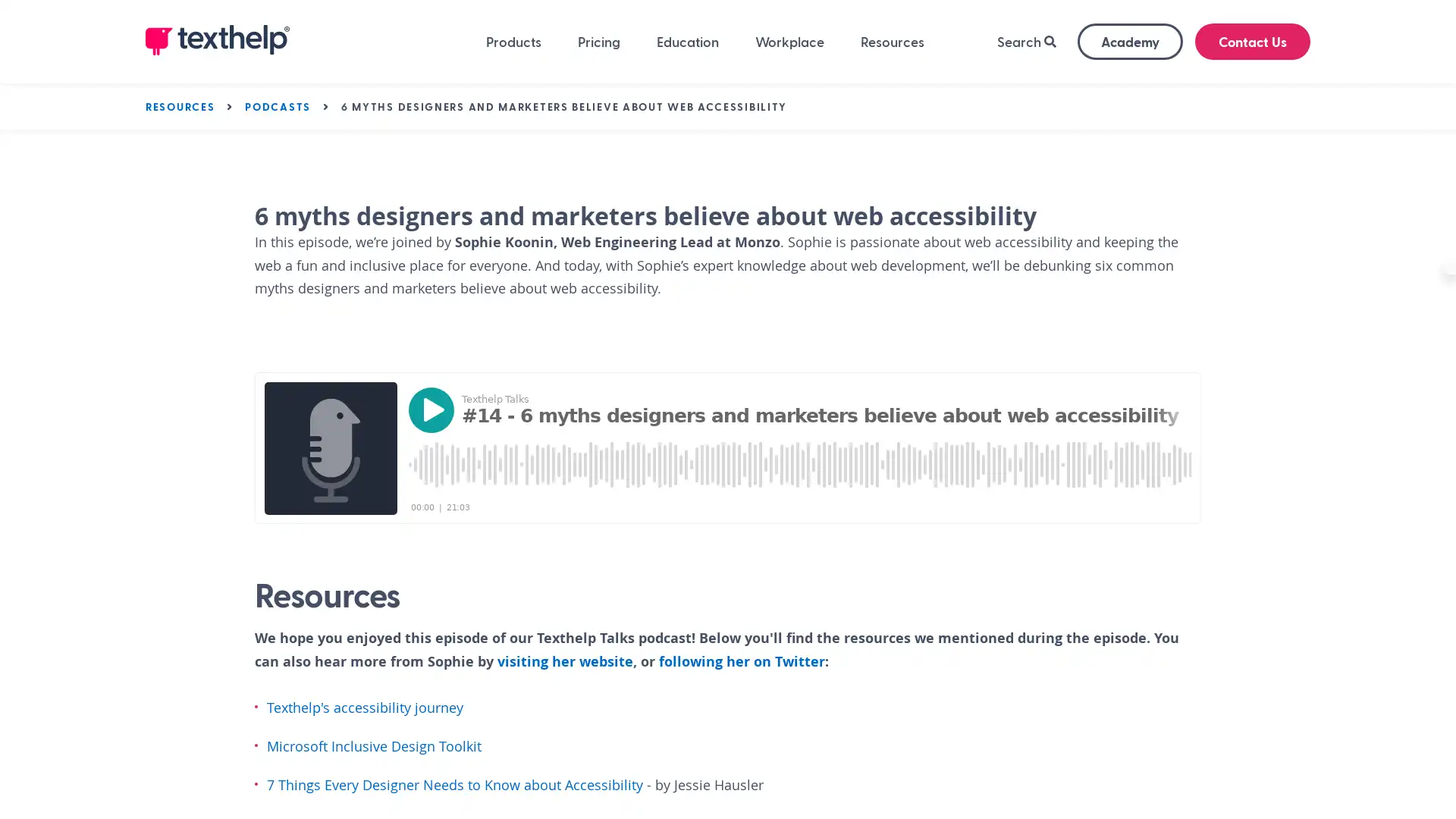 This screenshot has width=1456, height=819. I want to click on site search, so click(1189, 118).